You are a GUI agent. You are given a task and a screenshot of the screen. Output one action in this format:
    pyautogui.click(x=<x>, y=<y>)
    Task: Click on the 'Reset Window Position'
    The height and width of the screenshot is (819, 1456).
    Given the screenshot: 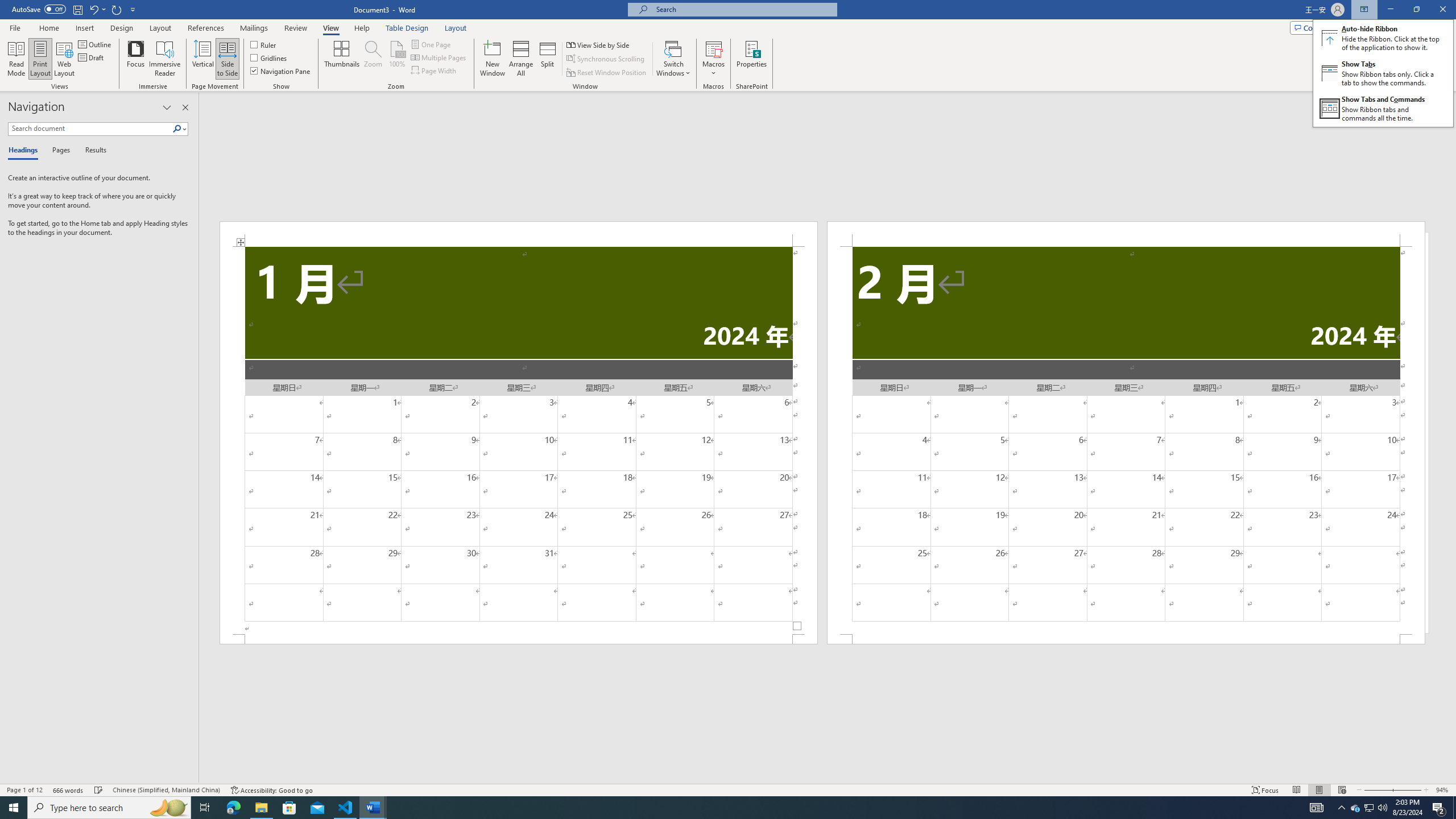 What is the action you would take?
    pyautogui.click(x=607, y=72)
    